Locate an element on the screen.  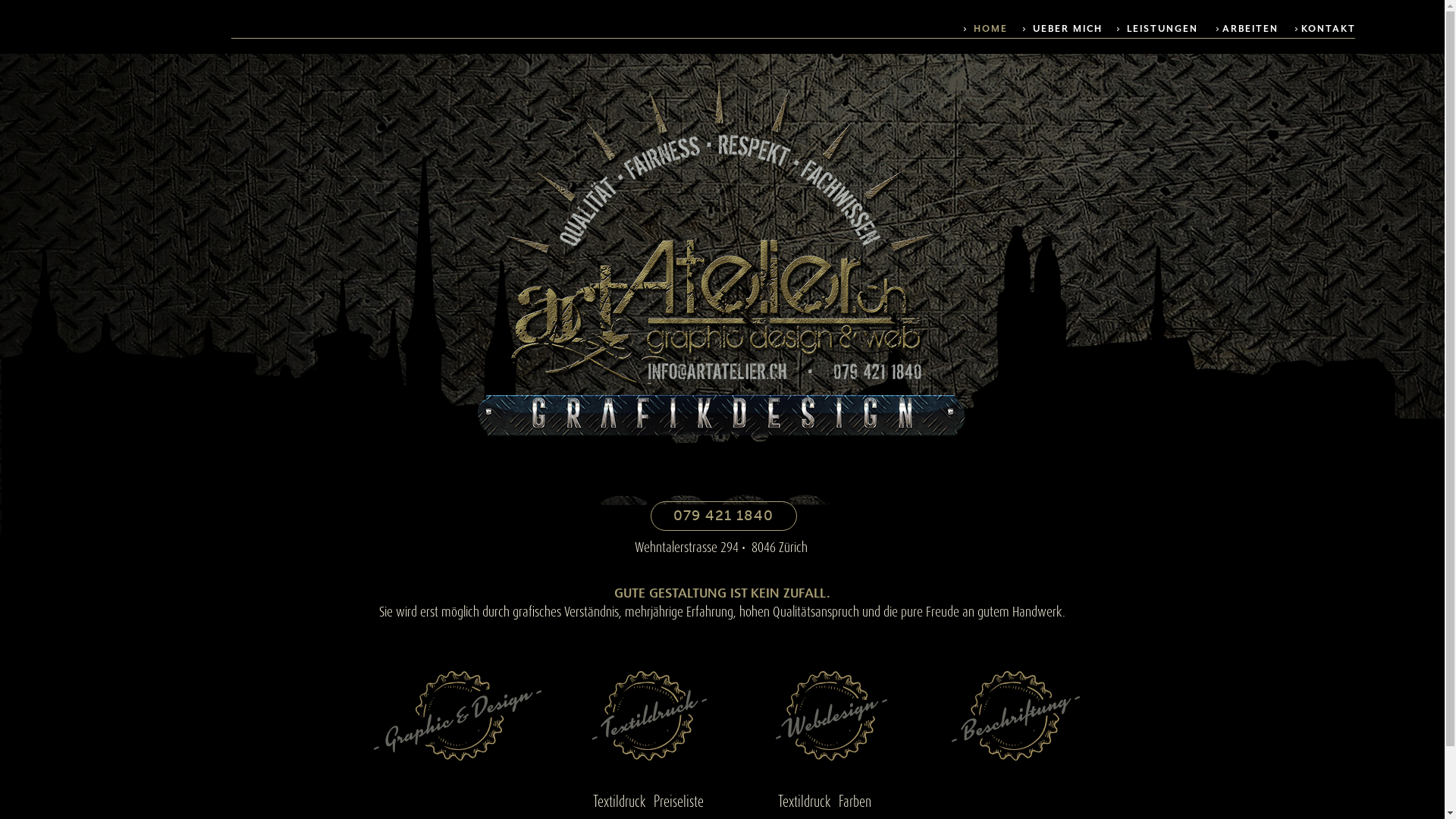
'  HOME' is located at coordinates (963, 28).